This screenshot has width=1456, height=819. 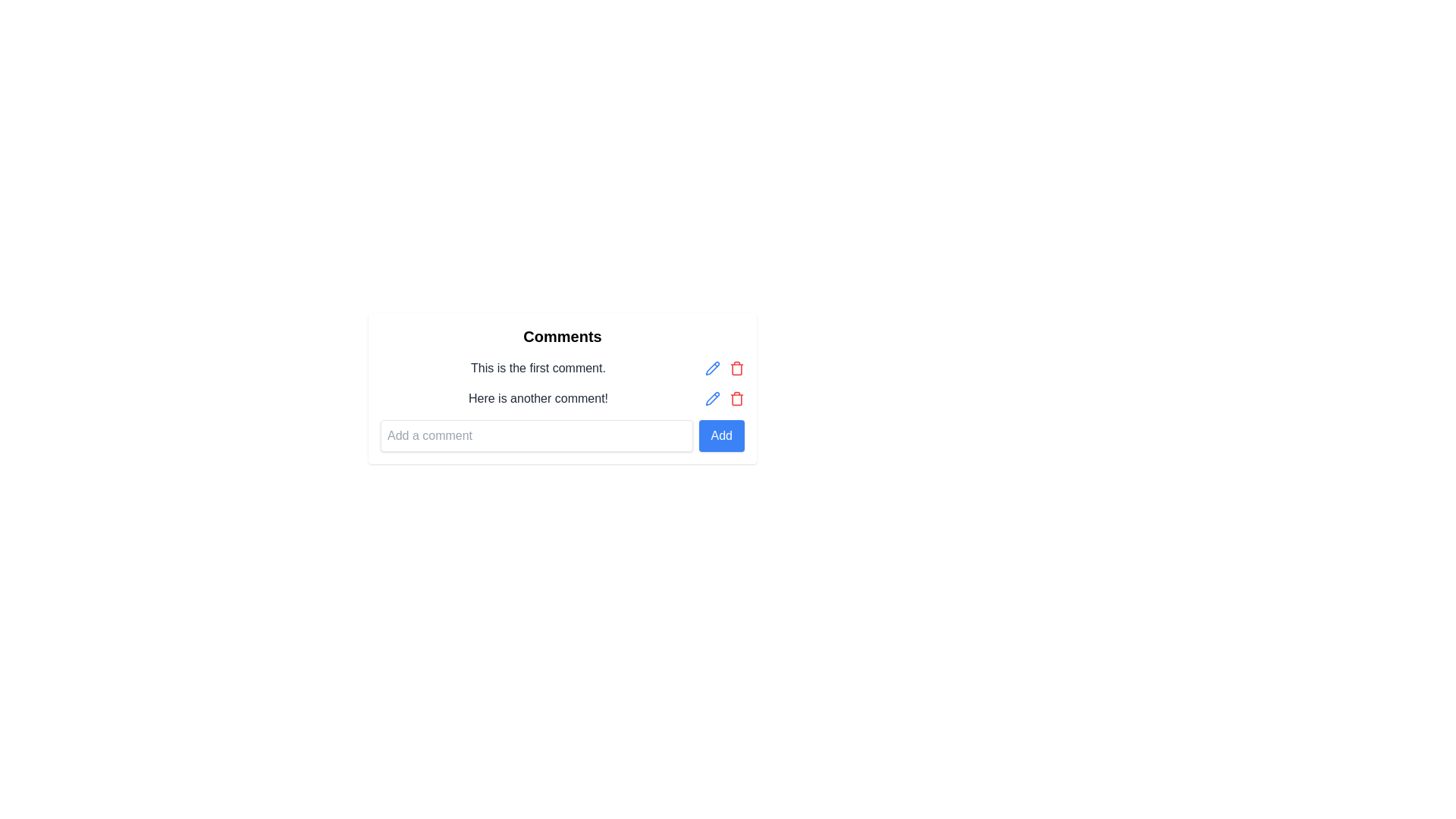 I want to click on the first comment displayed in the comments section, located directly beneath the 'Comments' heading, so click(x=538, y=369).